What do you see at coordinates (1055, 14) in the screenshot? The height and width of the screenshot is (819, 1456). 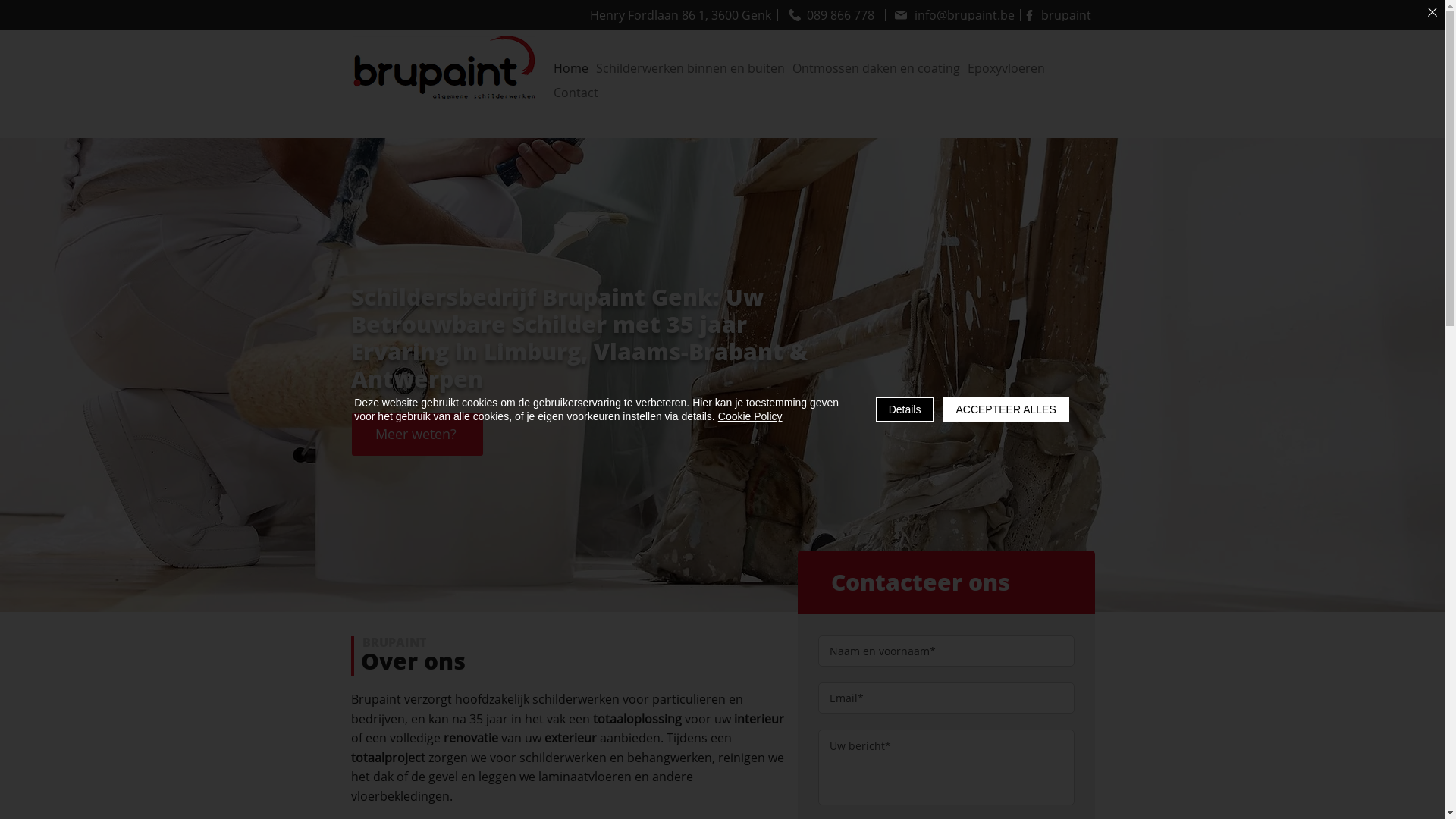 I see `'brupaint'` at bounding box center [1055, 14].